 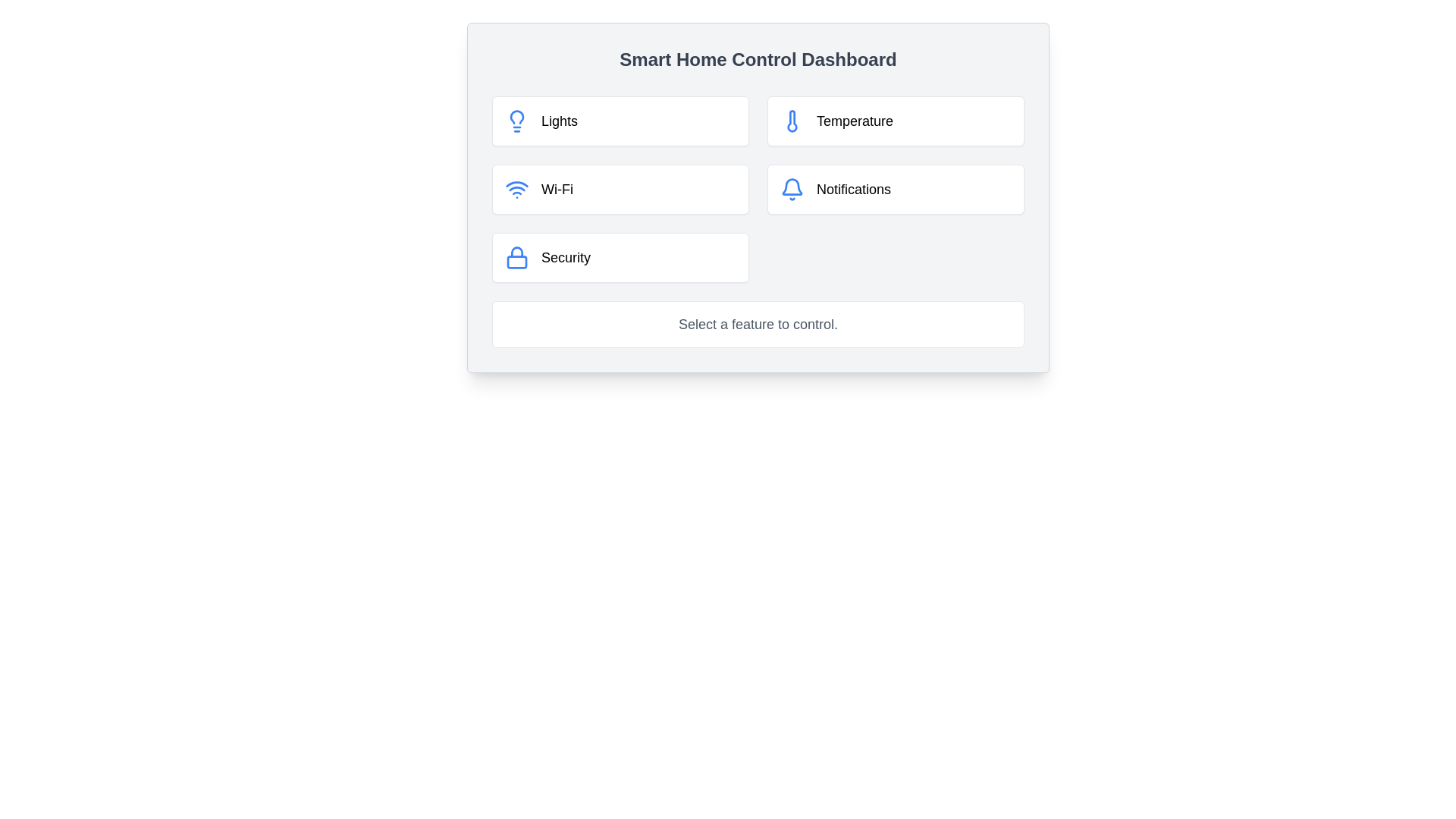 I want to click on the Wi-Fi icon located on the left side of the Wi-Fi card in the dashboard, adjacent to the 'Wi-Fi' text label, so click(x=516, y=189).